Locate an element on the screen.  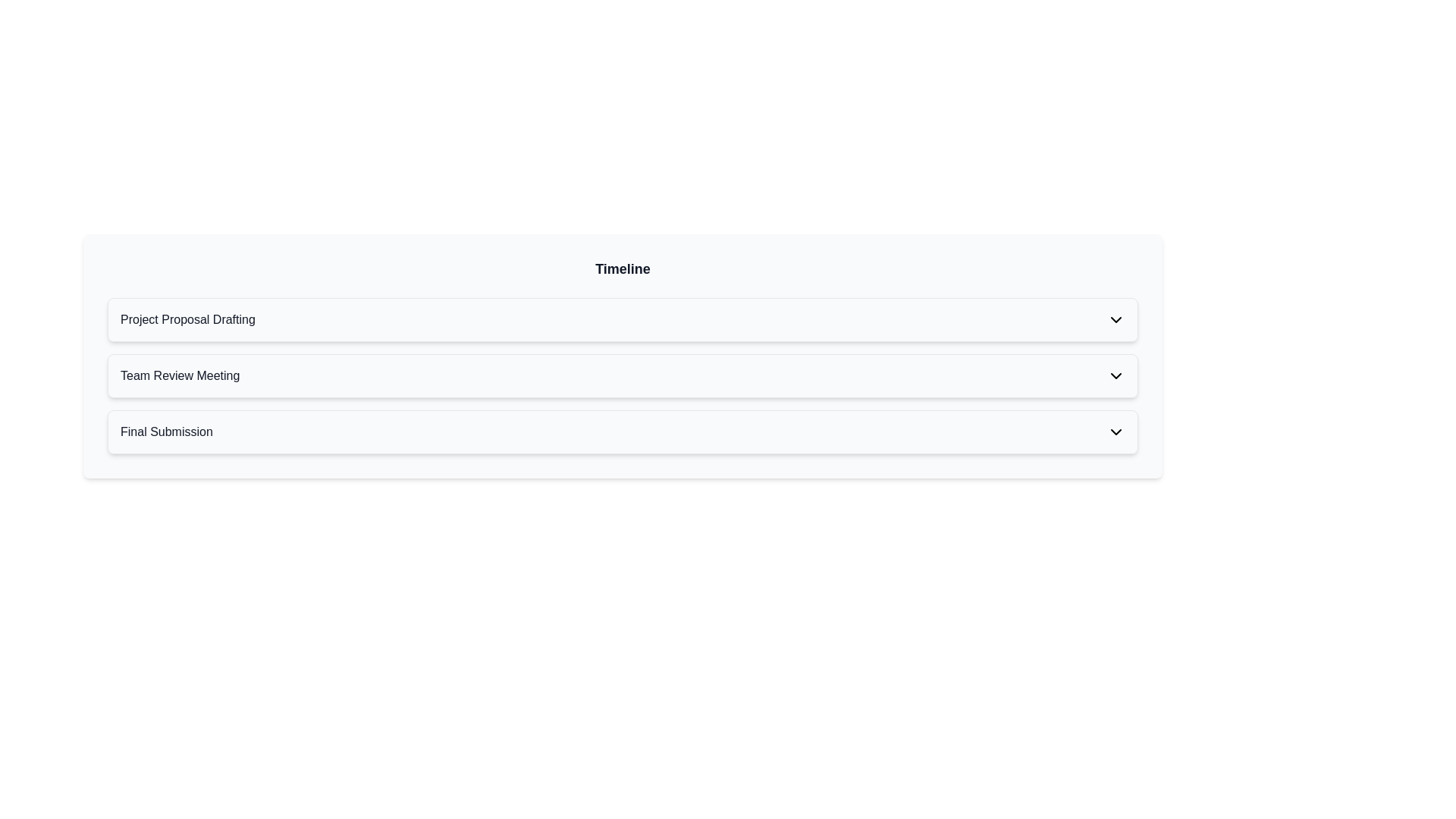
the middle interactive button in the vertical sequence of three items is located at coordinates (623, 375).